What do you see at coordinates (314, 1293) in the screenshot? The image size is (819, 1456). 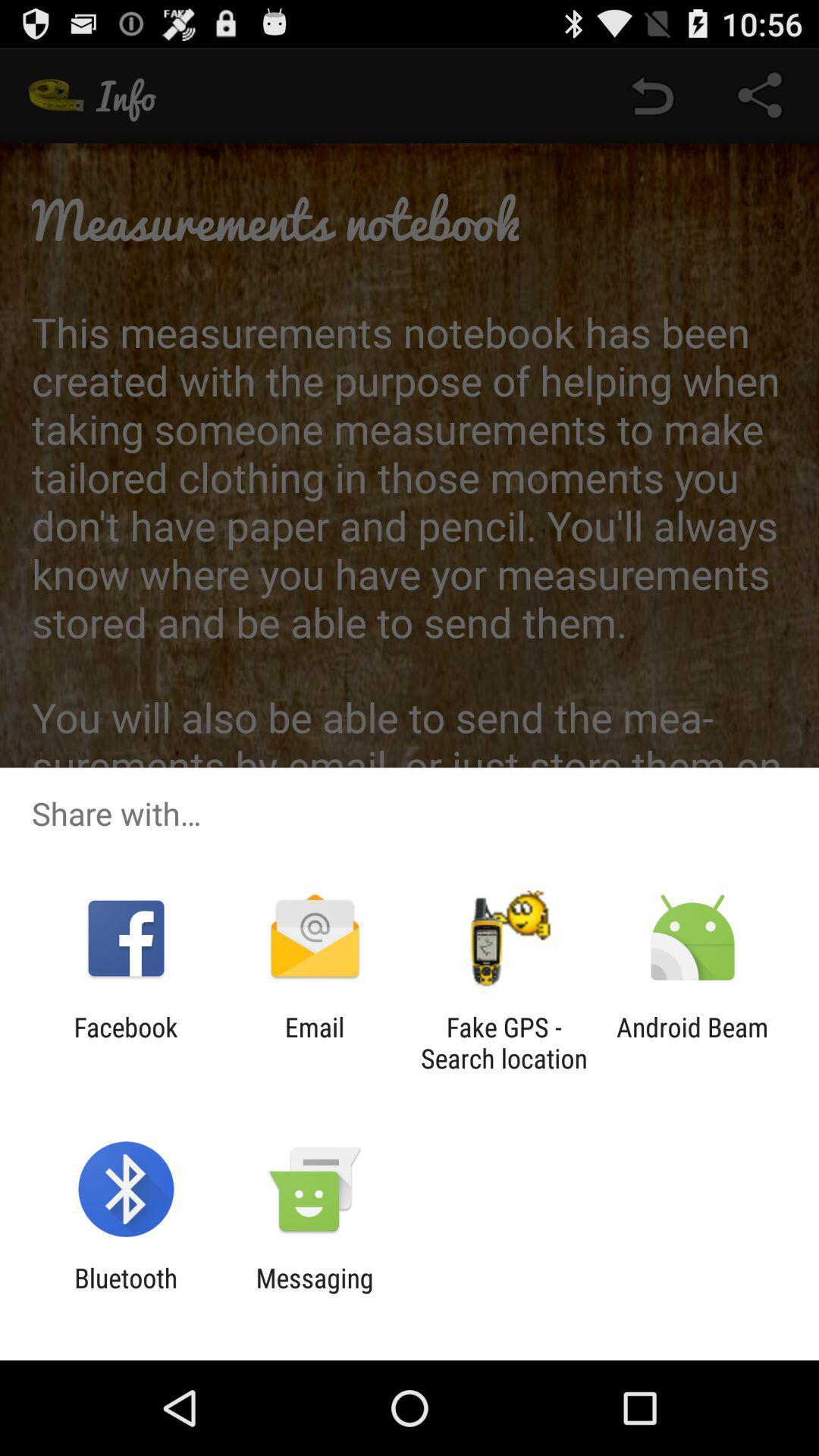 I see `messaging app` at bounding box center [314, 1293].